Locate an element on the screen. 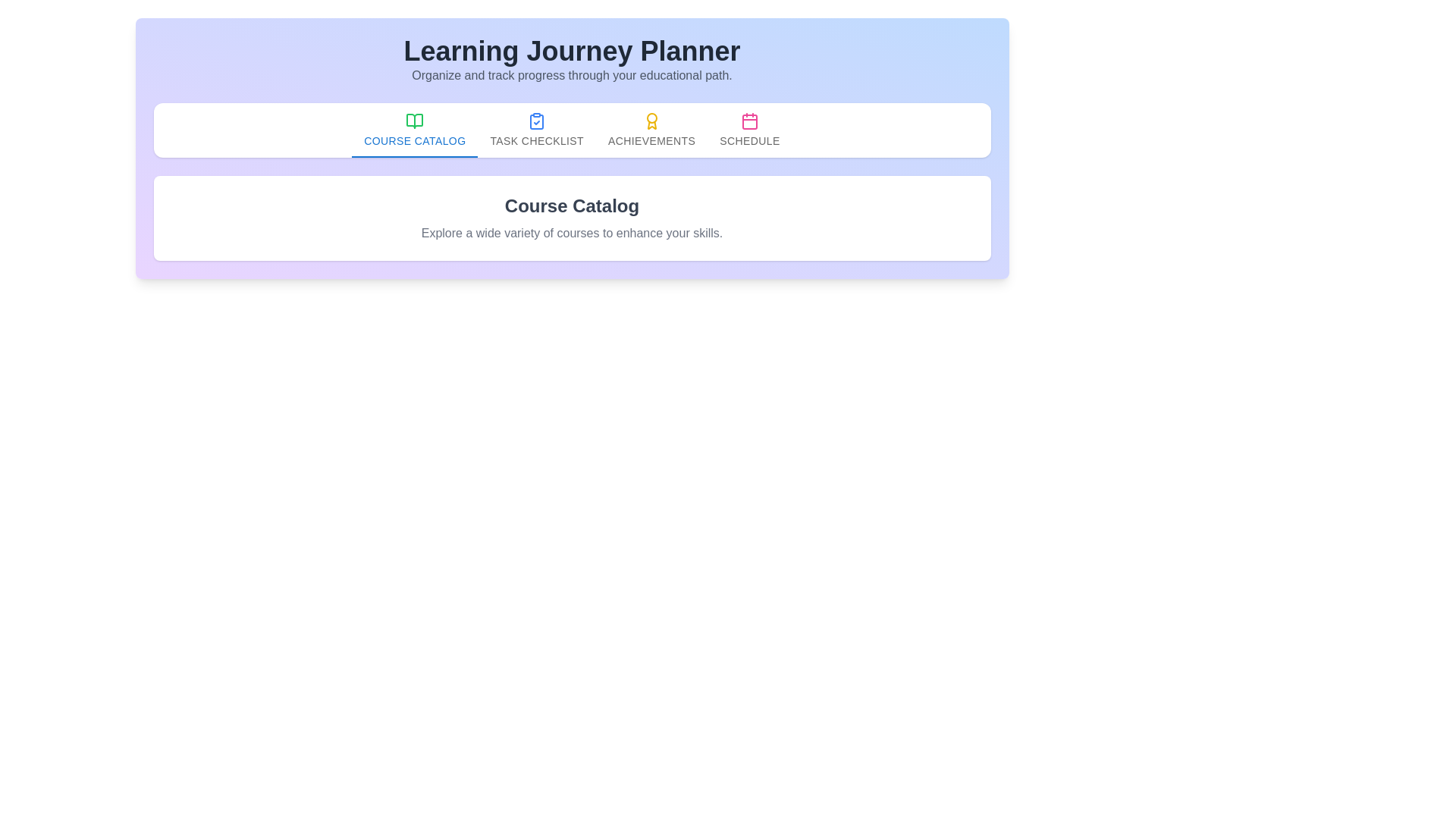 The height and width of the screenshot is (819, 1456). the calendar icon with a pink outline located in the fourth tab labeled 'Schedule' in the top navigation bar is located at coordinates (749, 121).